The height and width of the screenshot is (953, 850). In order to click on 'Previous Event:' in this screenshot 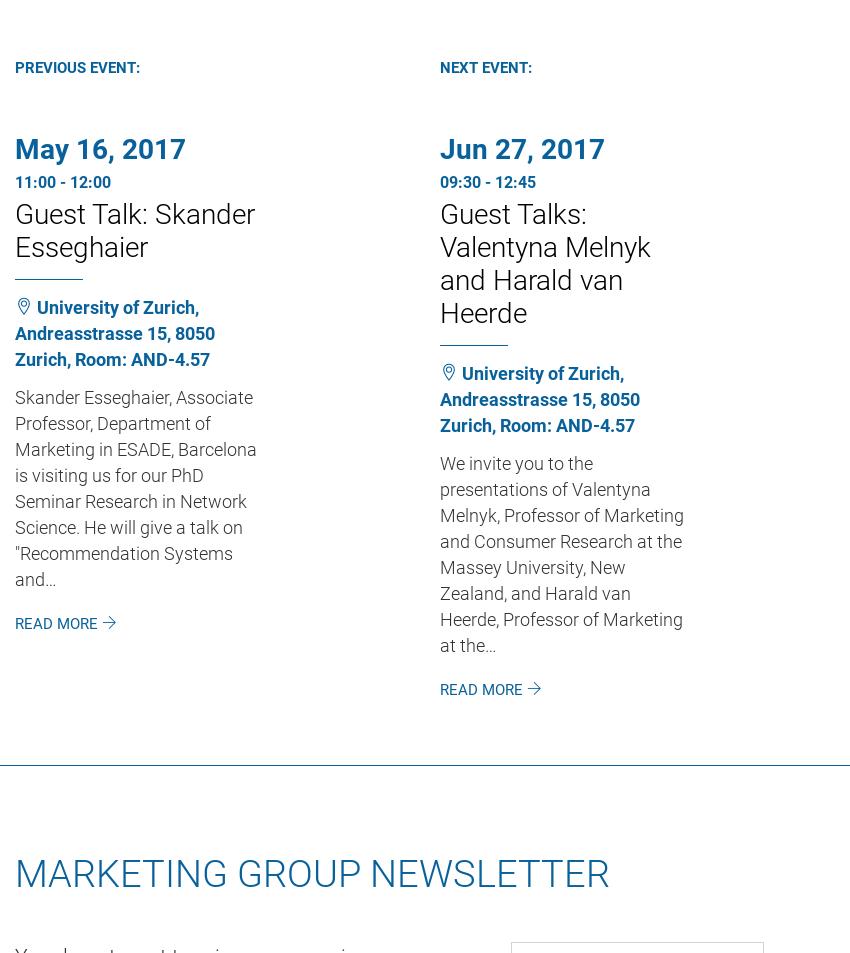, I will do `click(77, 65)`.